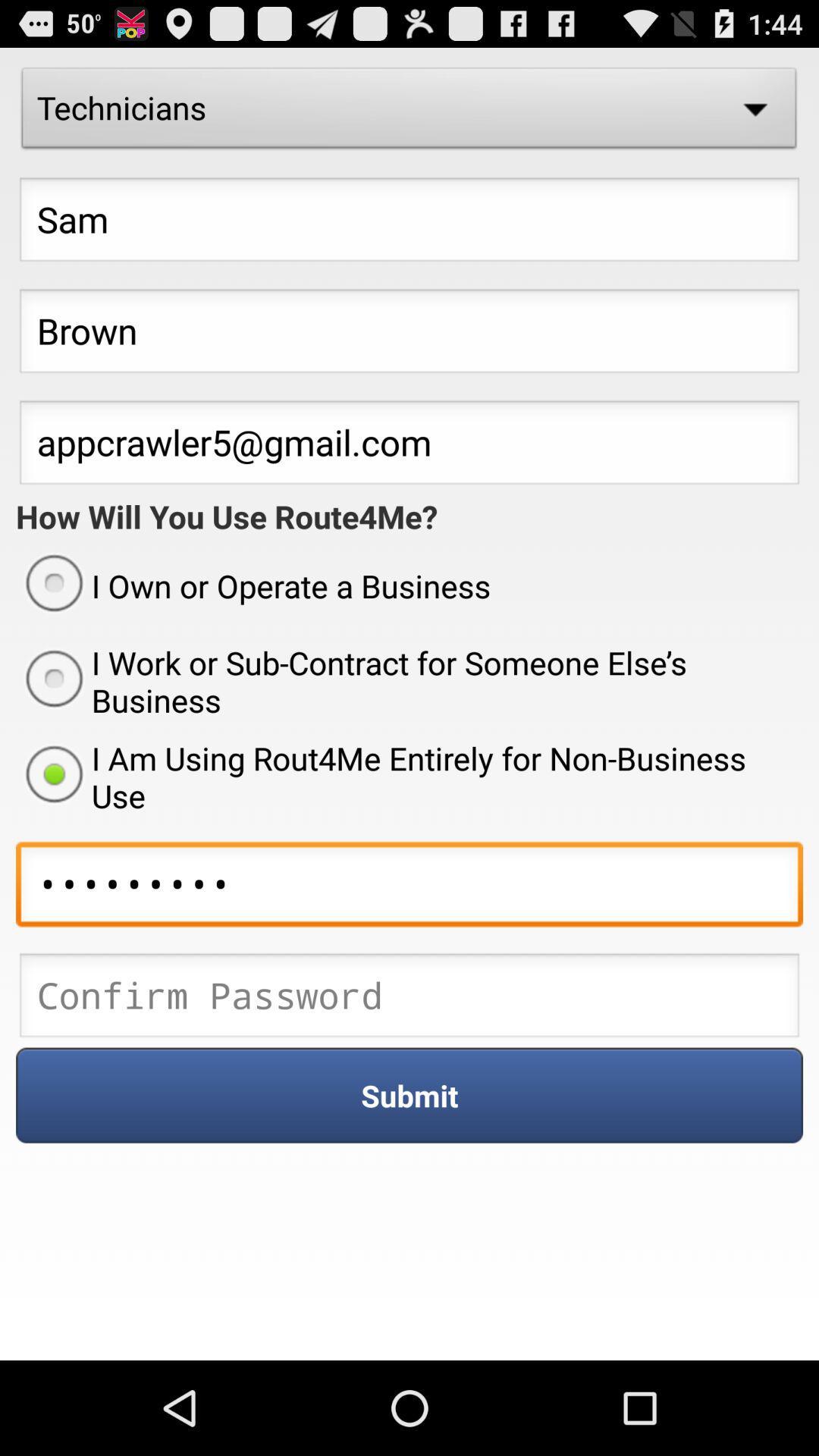 This screenshot has height=1456, width=819. What do you see at coordinates (409, 999) in the screenshot?
I see `password enter button` at bounding box center [409, 999].